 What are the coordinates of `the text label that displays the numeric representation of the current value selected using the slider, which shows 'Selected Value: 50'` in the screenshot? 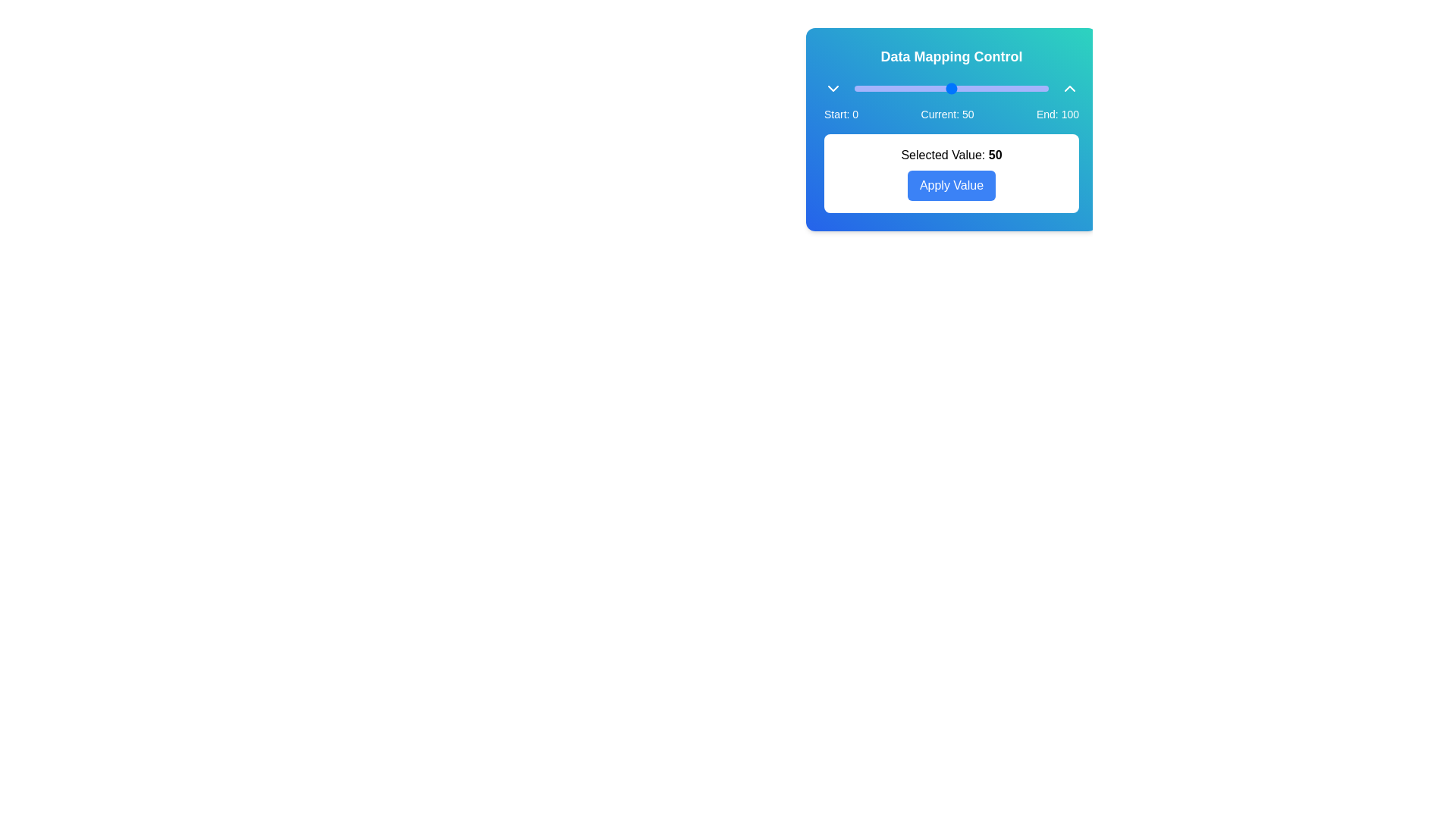 It's located at (995, 155).